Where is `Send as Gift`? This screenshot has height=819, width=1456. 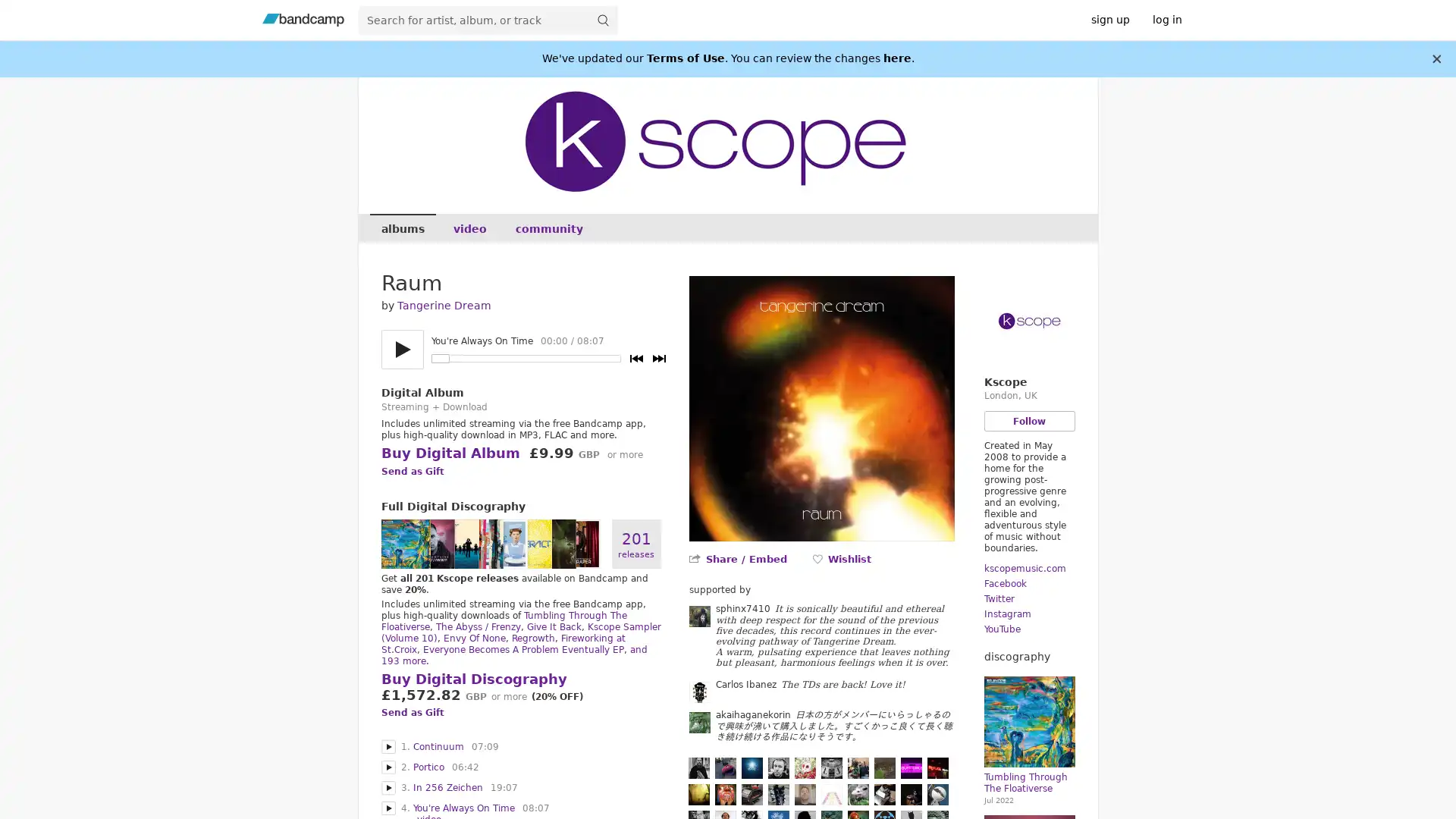
Send as Gift is located at coordinates (412, 472).